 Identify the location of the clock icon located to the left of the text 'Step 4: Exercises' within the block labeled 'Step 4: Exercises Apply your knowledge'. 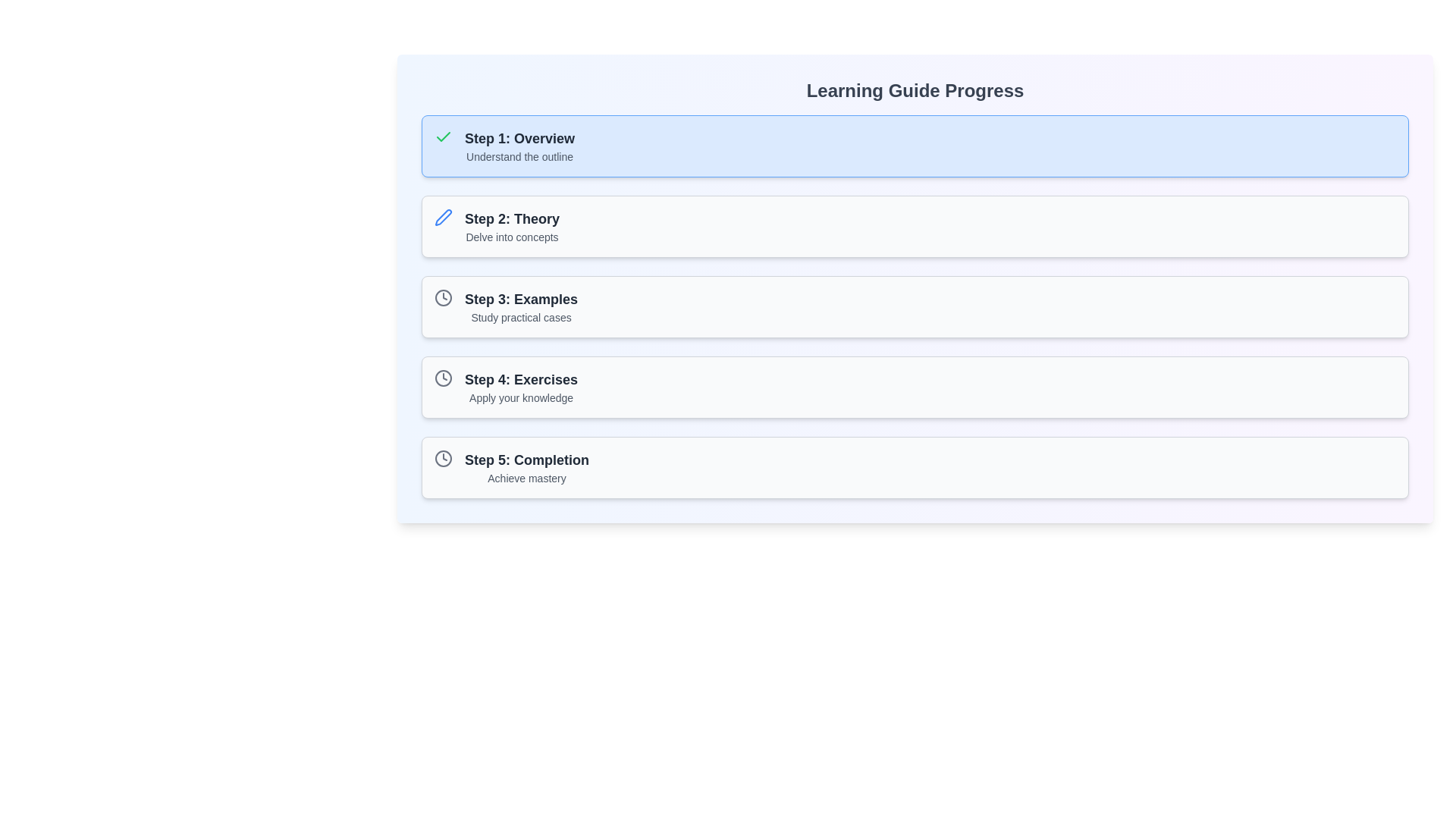
(443, 377).